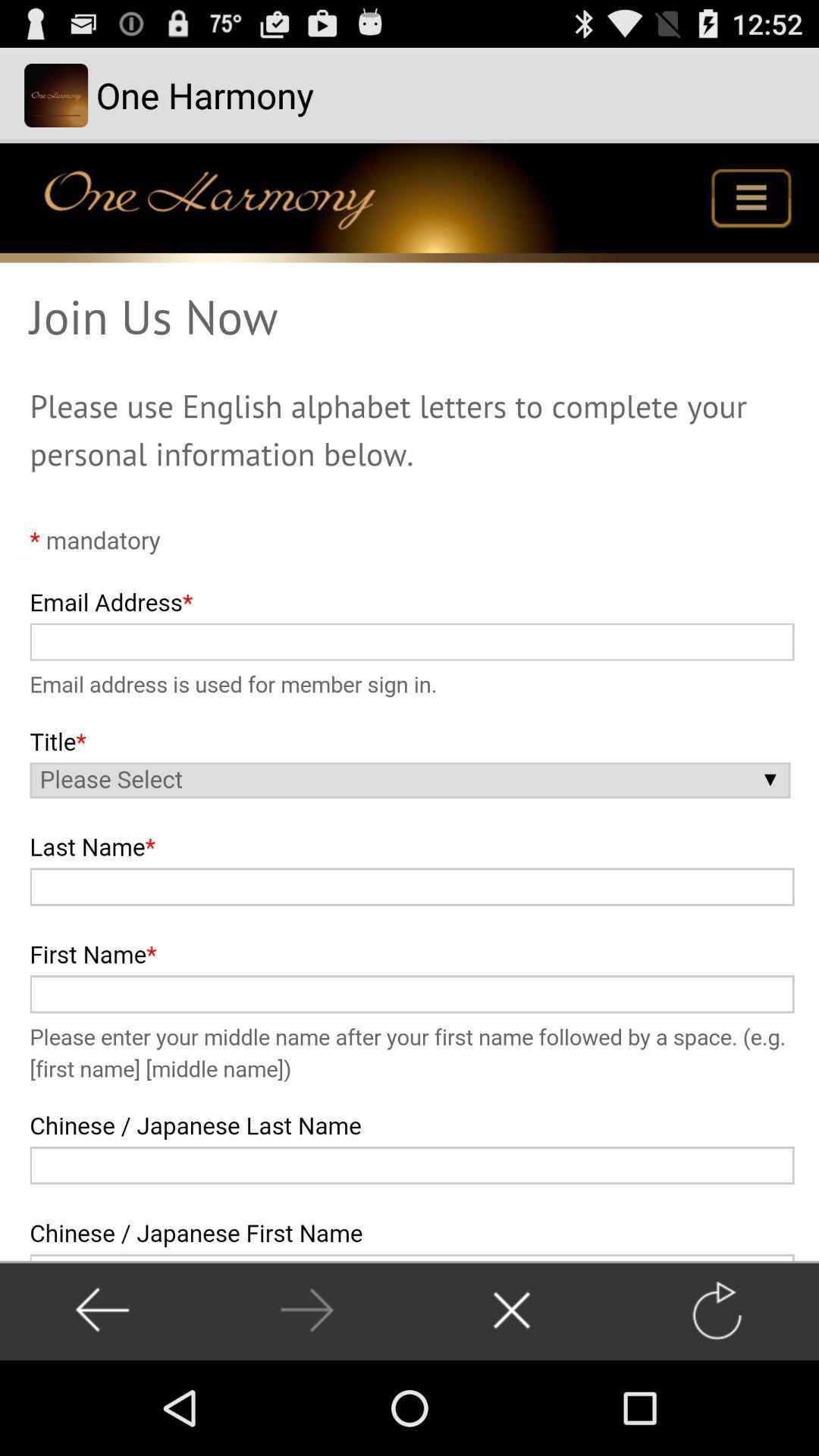 This screenshot has height=1456, width=819. I want to click on the arrow_forward icon, so click(307, 1401).